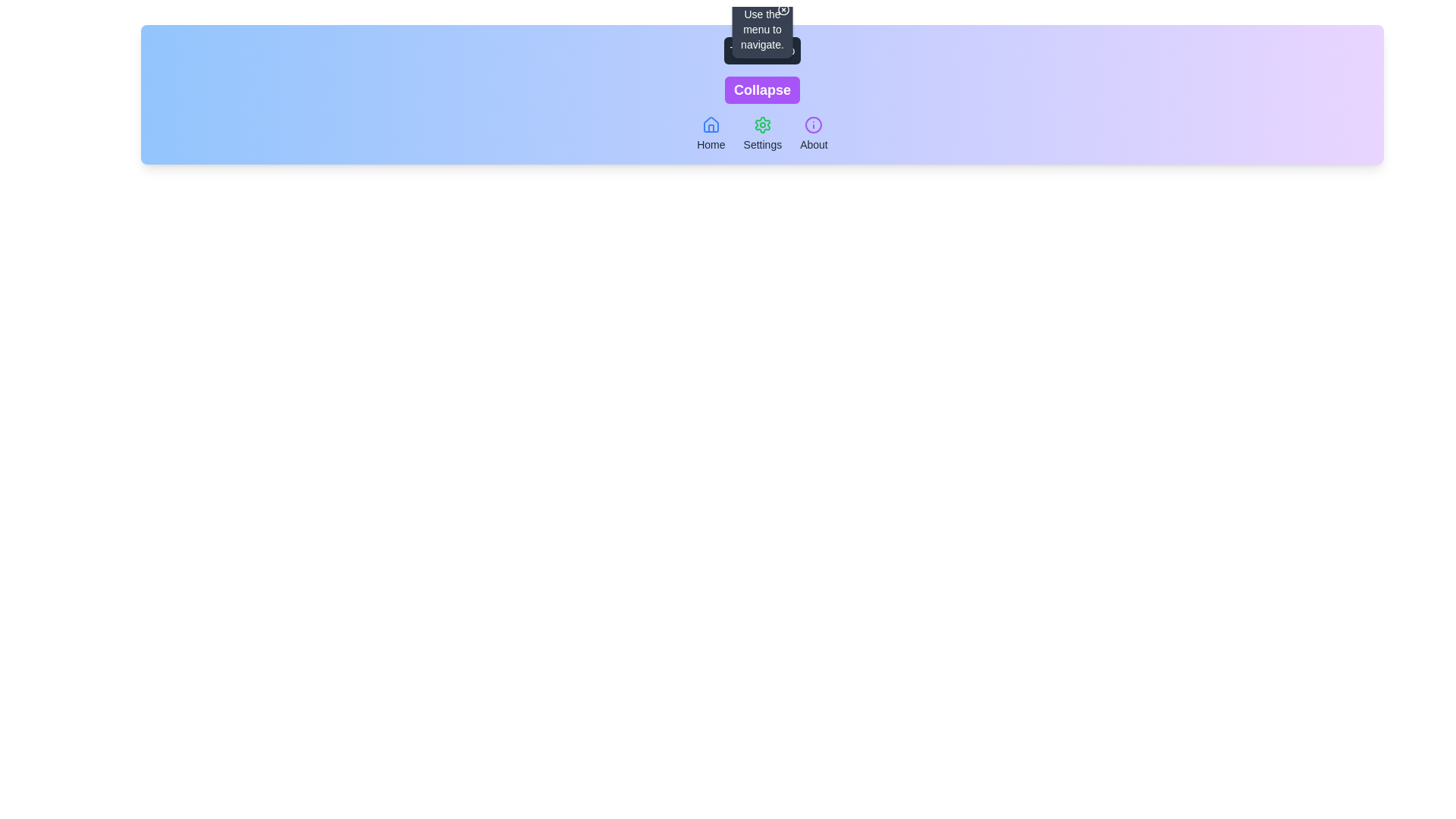 Image resolution: width=1456 pixels, height=819 pixels. Describe the element at coordinates (710, 124) in the screenshot. I see `the blue house icon, which has a simplified outline with a triangular top and rectangular bottom, located in the upper section of the navigation interface` at that location.